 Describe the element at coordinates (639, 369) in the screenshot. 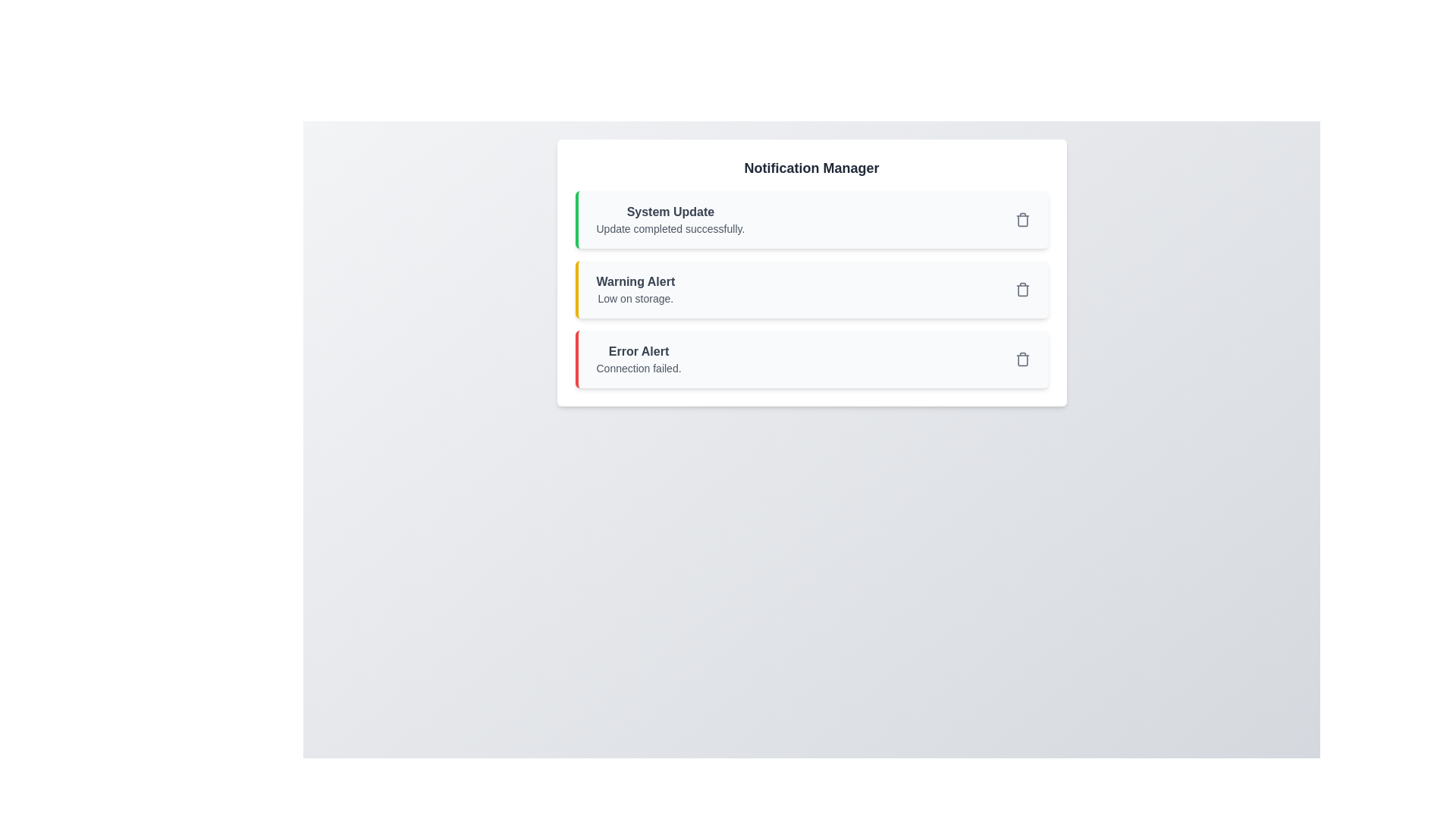

I see `the Text Label that displays a connection failure message within the 'Error Alert' notification card, located below the title 'Error Alert'` at that location.